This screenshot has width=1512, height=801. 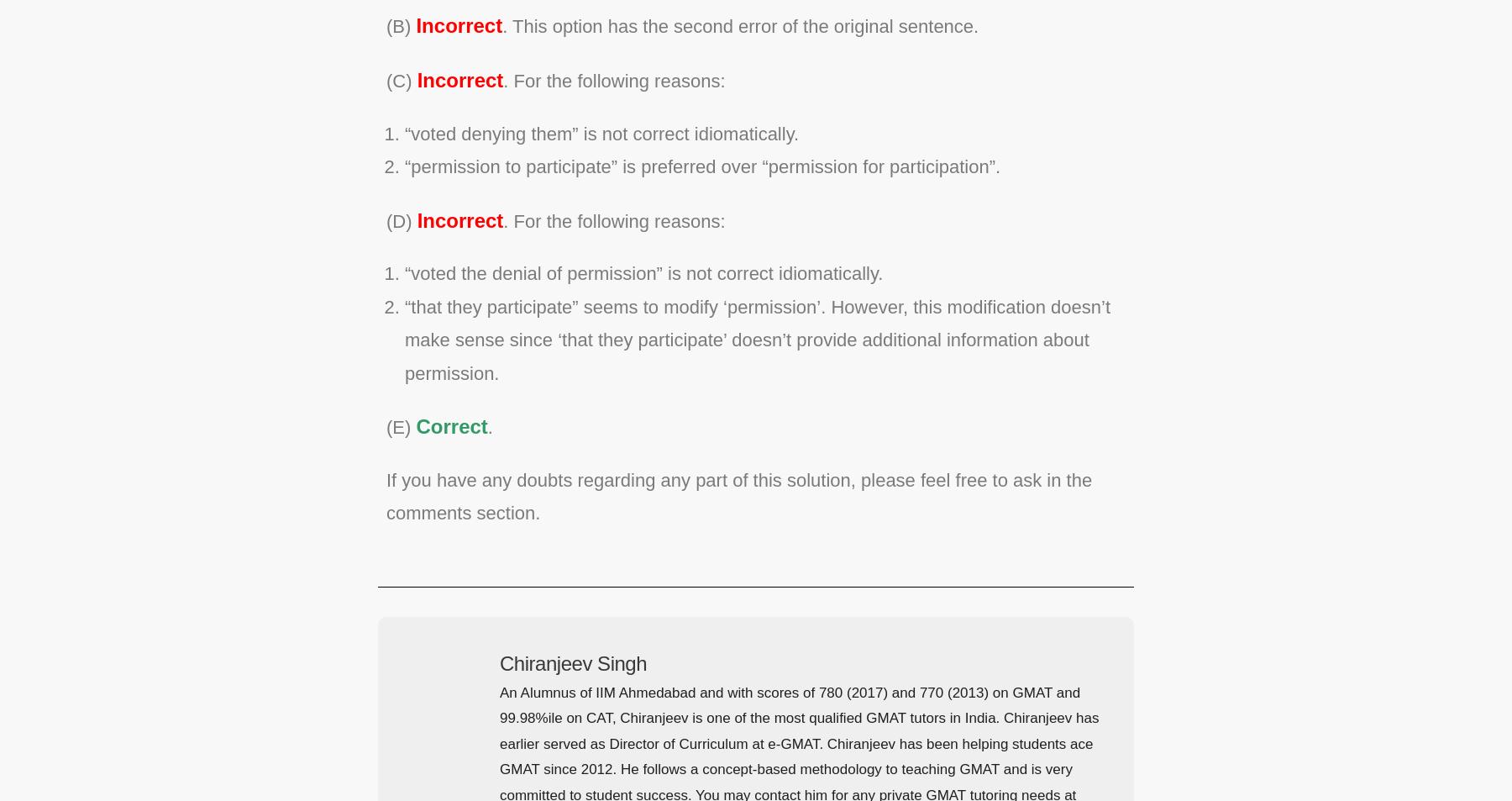 I want to click on '“that they participate” seems to modify ‘permission’. However, this modification doesn’t make sense since ‘that they participate’ doesn’t provide additional information about permission.', so click(x=404, y=338).